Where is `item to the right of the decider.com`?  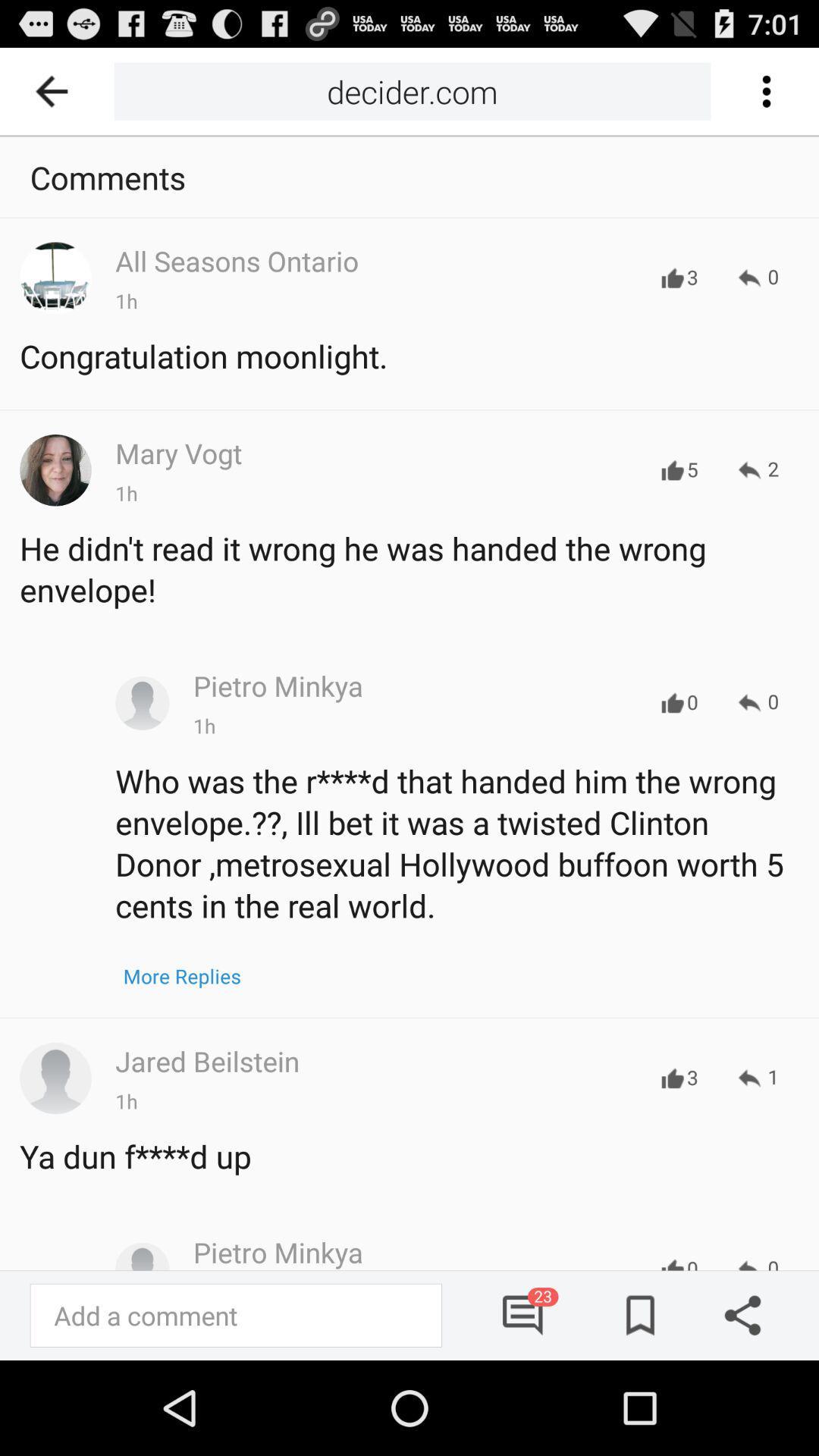 item to the right of the decider.com is located at coordinates (765, 90).